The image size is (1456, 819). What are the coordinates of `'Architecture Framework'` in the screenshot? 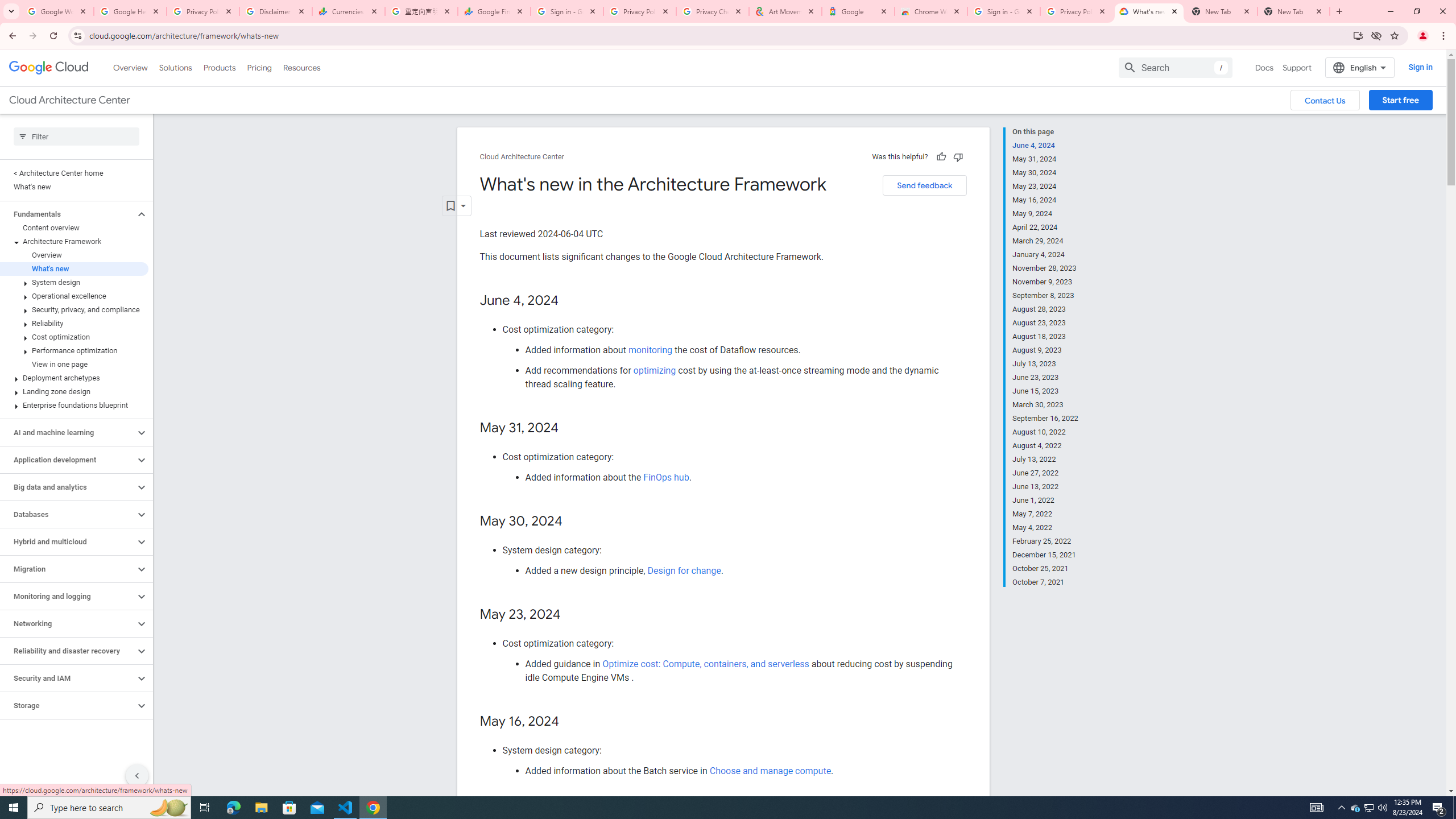 It's located at (74, 241).